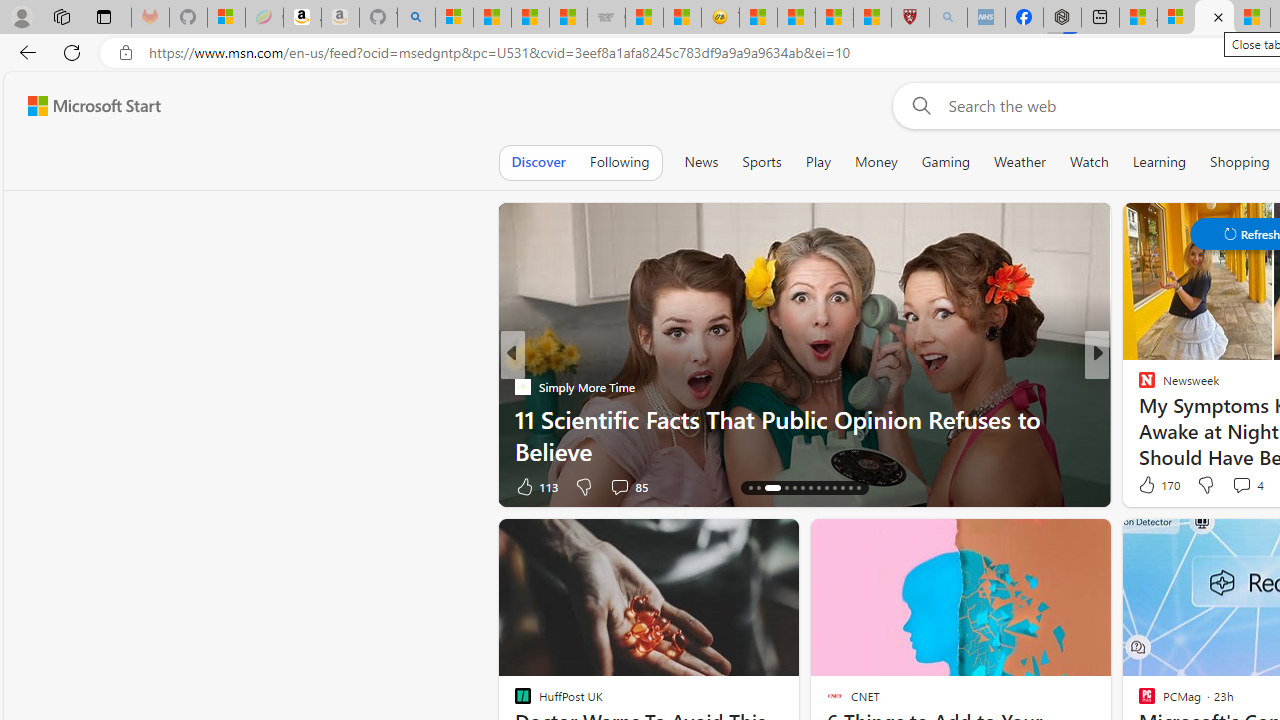 The image size is (1280, 720). What do you see at coordinates (1239, 161) in the screenshot?
I see `'Shopping'` at bounding box center [1239, 161].